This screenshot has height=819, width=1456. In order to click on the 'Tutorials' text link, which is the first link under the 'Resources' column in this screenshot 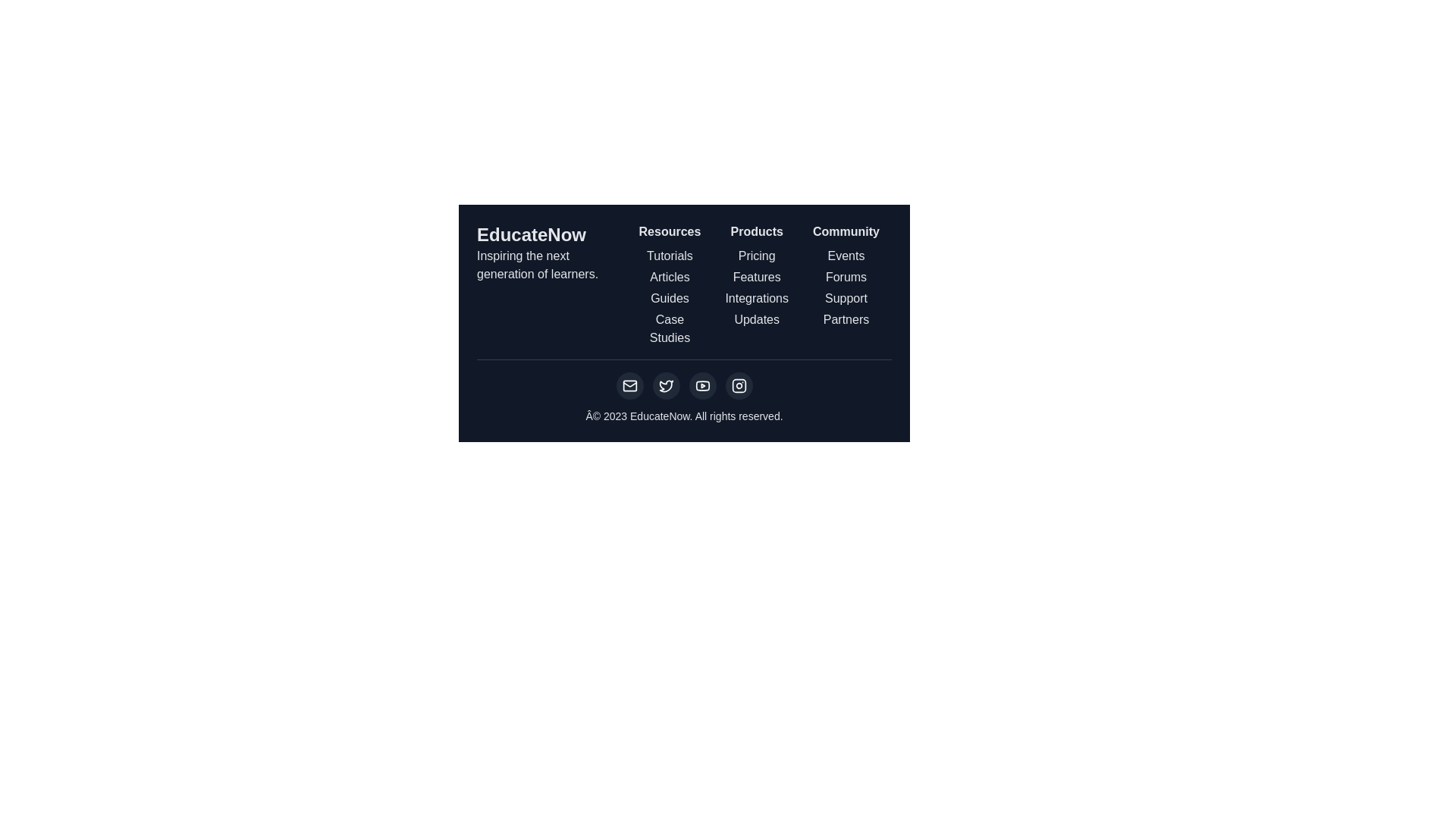, I will do `click(669, 256)`.